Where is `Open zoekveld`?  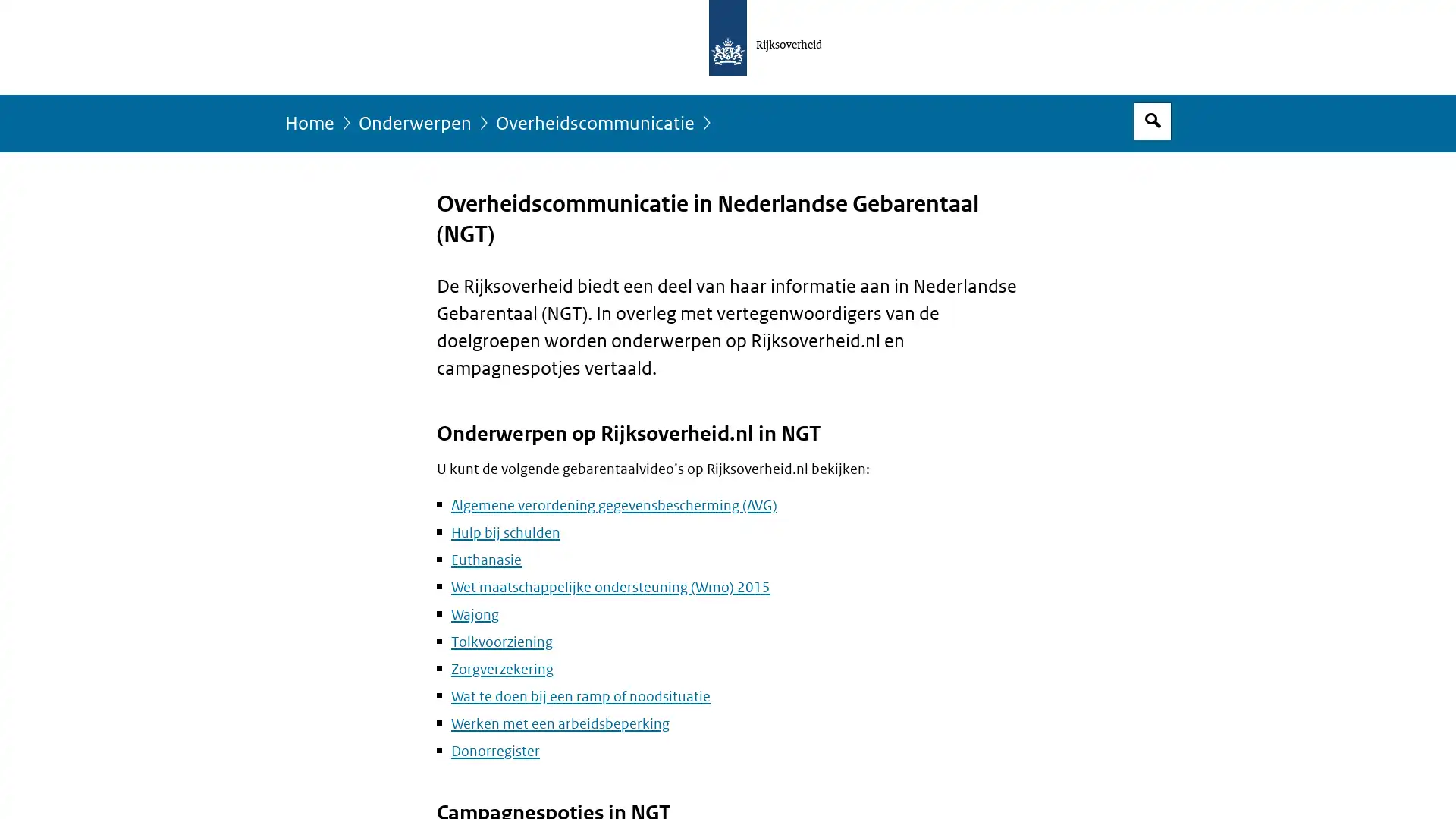 Open zoekveld is located at coordinates (1153, 120).